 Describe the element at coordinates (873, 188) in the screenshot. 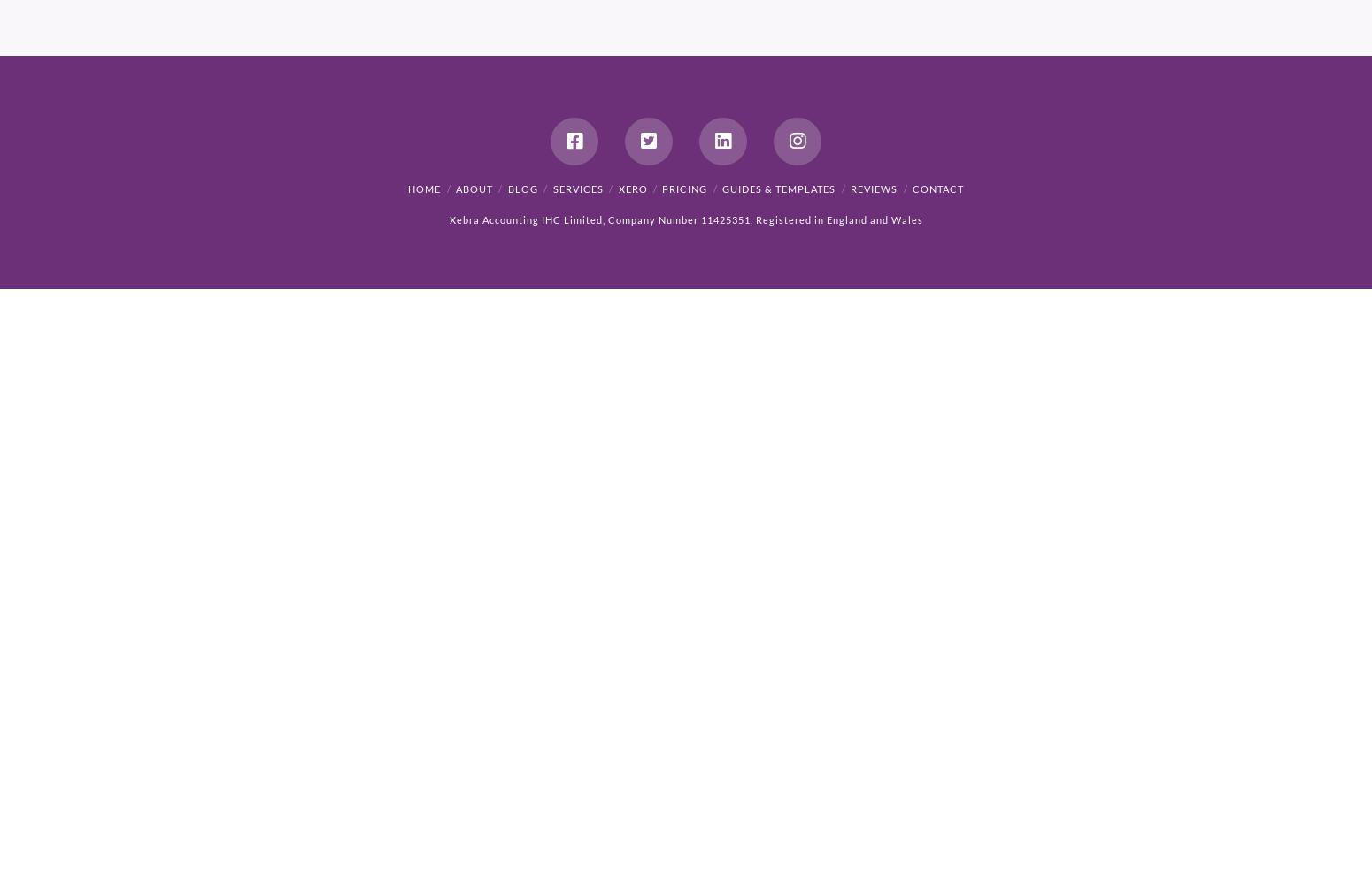

I see `'Reviews'` at that location.